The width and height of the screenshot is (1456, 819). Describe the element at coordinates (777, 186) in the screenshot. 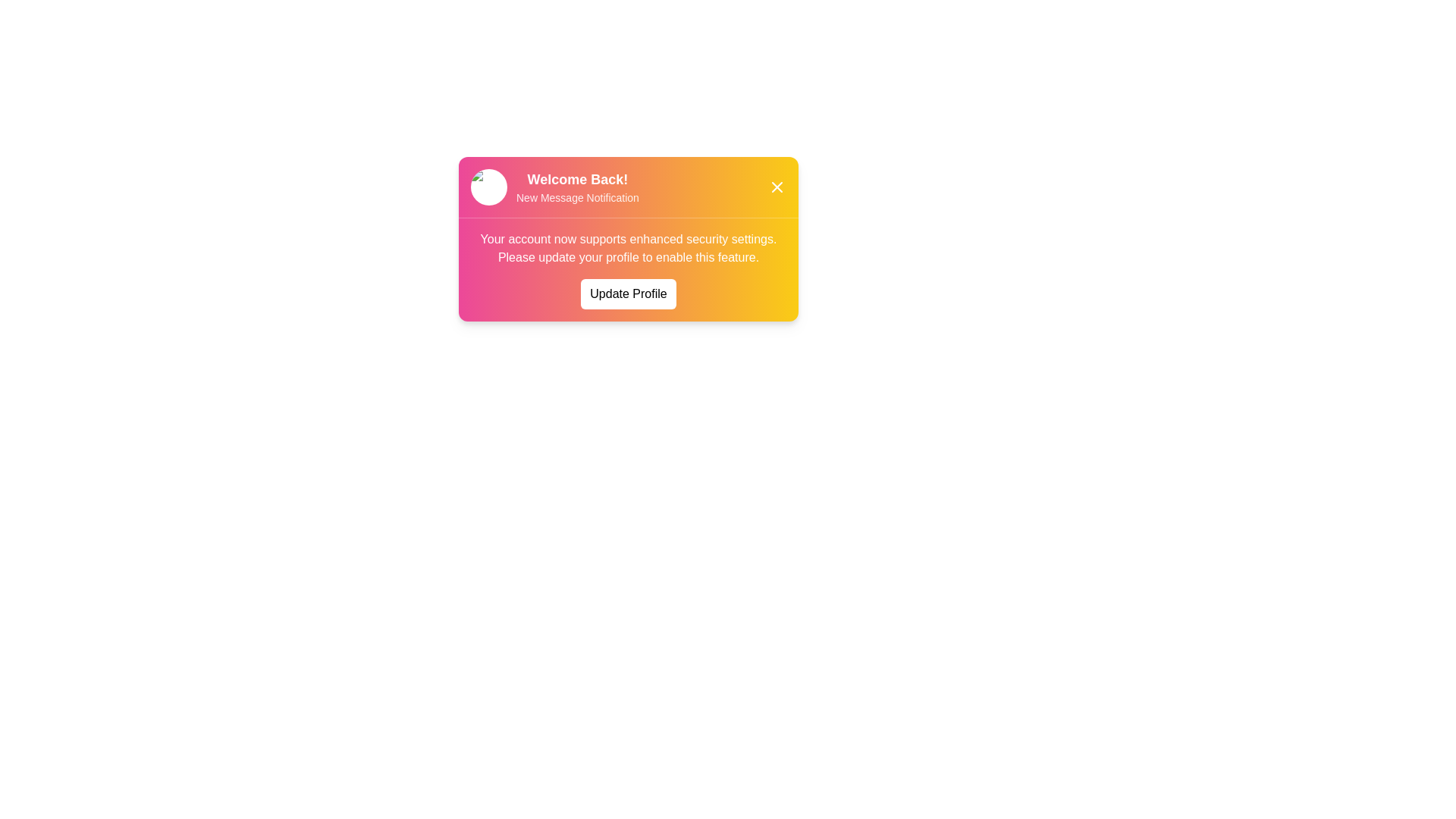

I see `close button to hide the alert` at that location.